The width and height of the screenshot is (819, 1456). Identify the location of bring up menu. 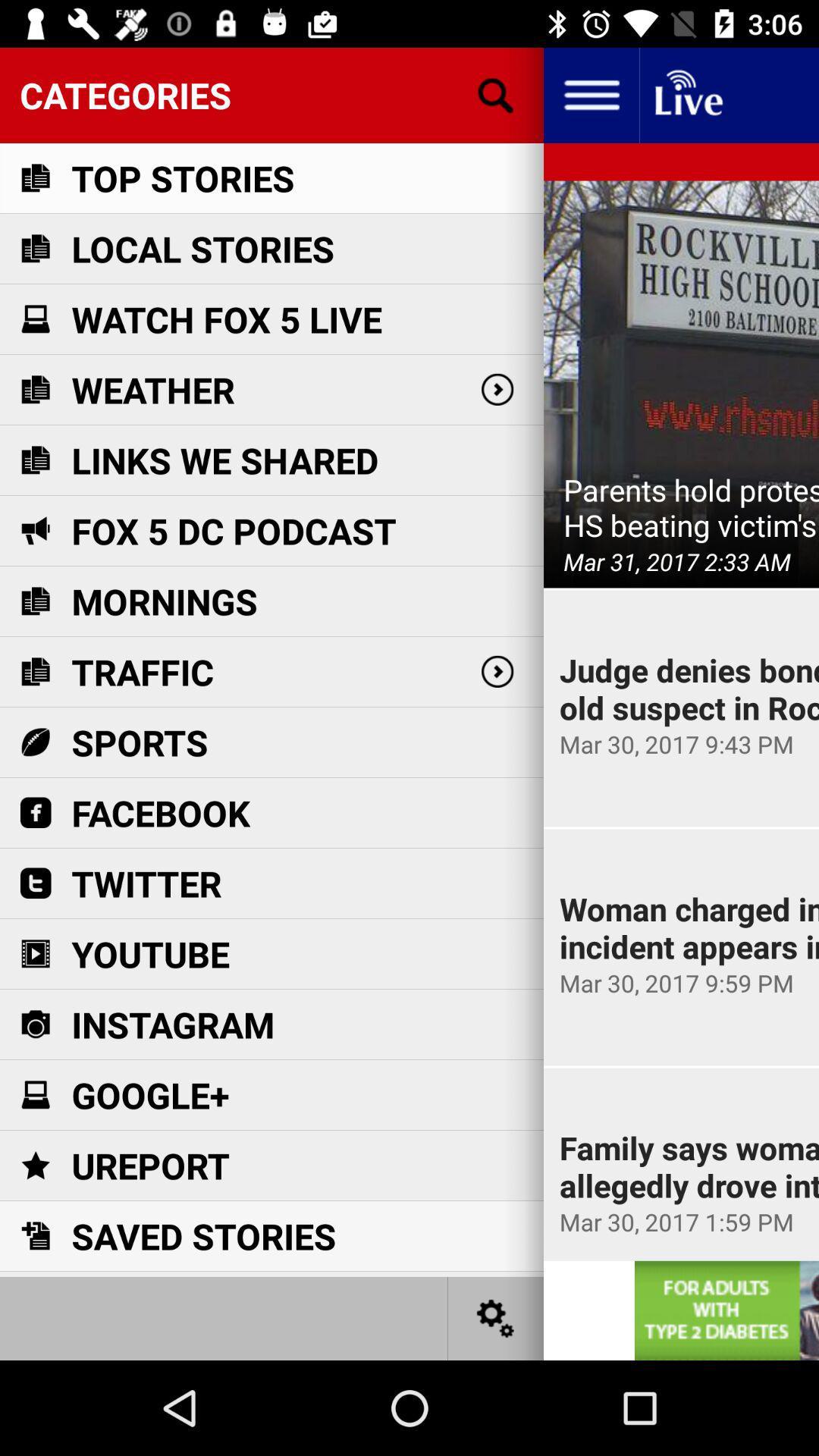
(590, 94).